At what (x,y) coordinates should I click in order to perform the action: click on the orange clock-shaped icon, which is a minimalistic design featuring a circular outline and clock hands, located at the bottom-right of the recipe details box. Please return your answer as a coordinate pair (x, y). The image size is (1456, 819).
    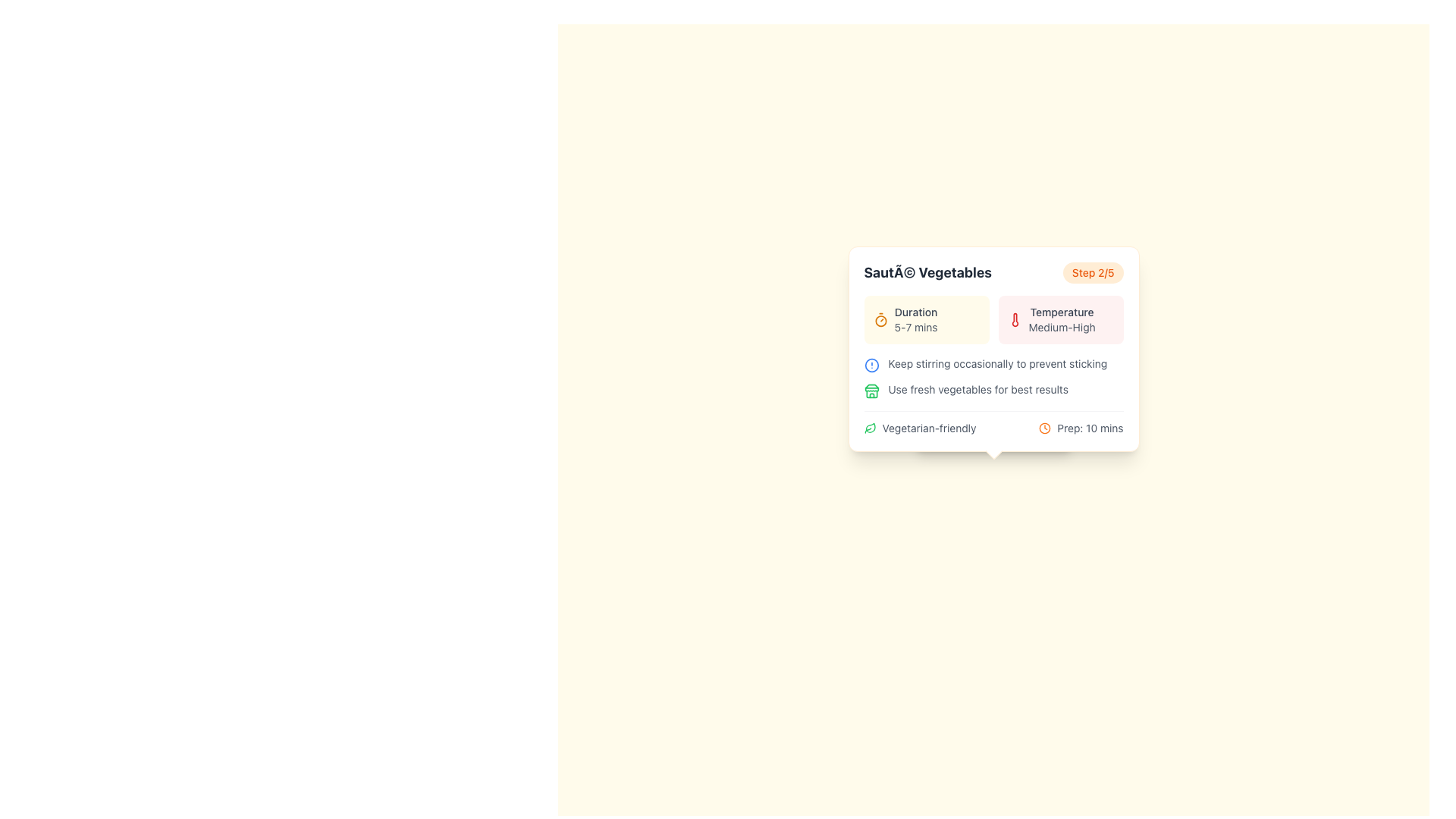
    Looking at the image, I should click on (1044, 428).